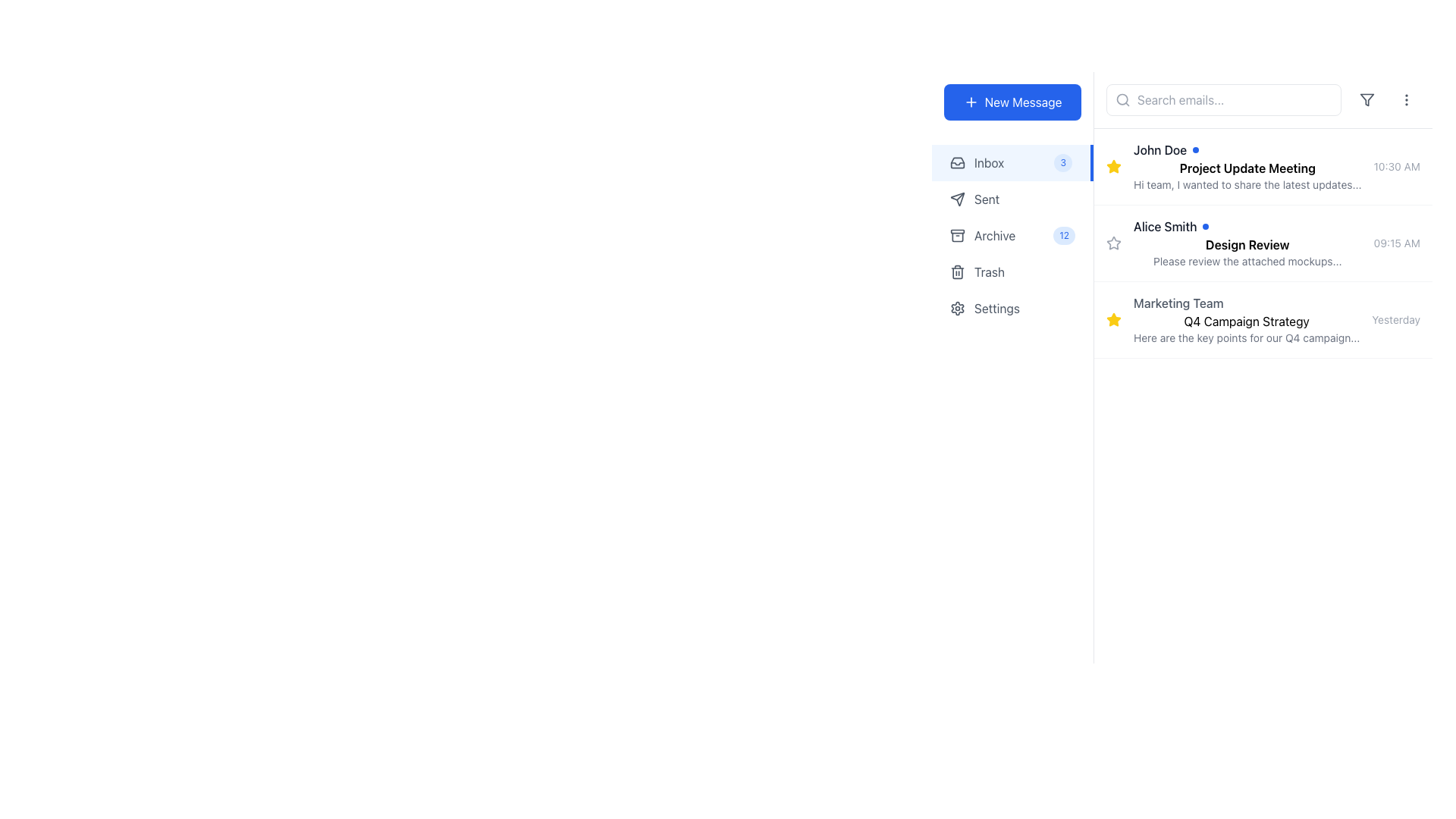 The height and width of the screenshot is (819, 1456). Describe the element at coordinates (1263, 318) in the screenshot. I see `the Interactive List Item titled 'Q4 Campaign Strategy'` at that location.